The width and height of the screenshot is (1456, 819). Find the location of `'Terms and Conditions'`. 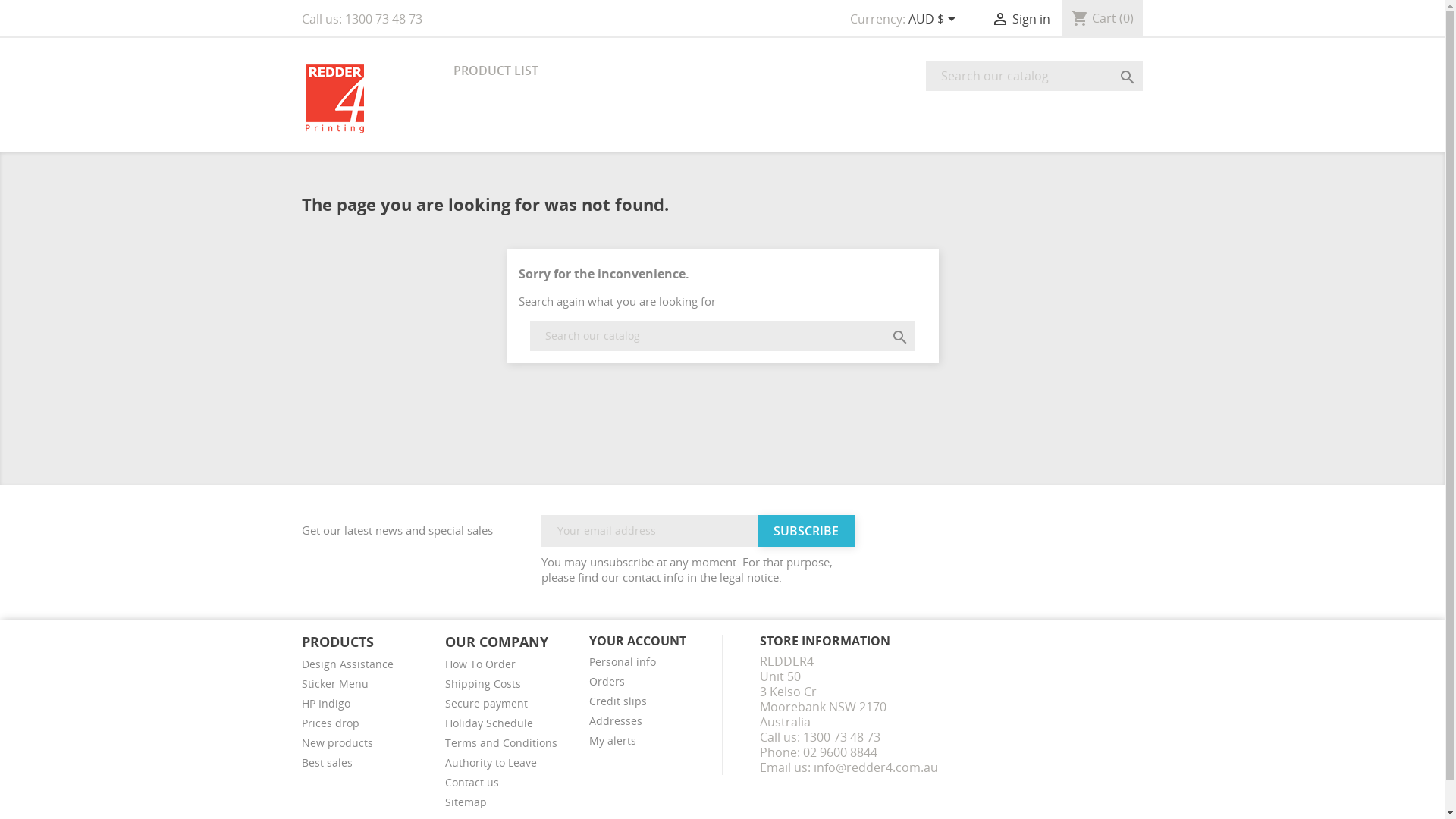

'Terms and Conditions' is located at coordinates (501, 742).